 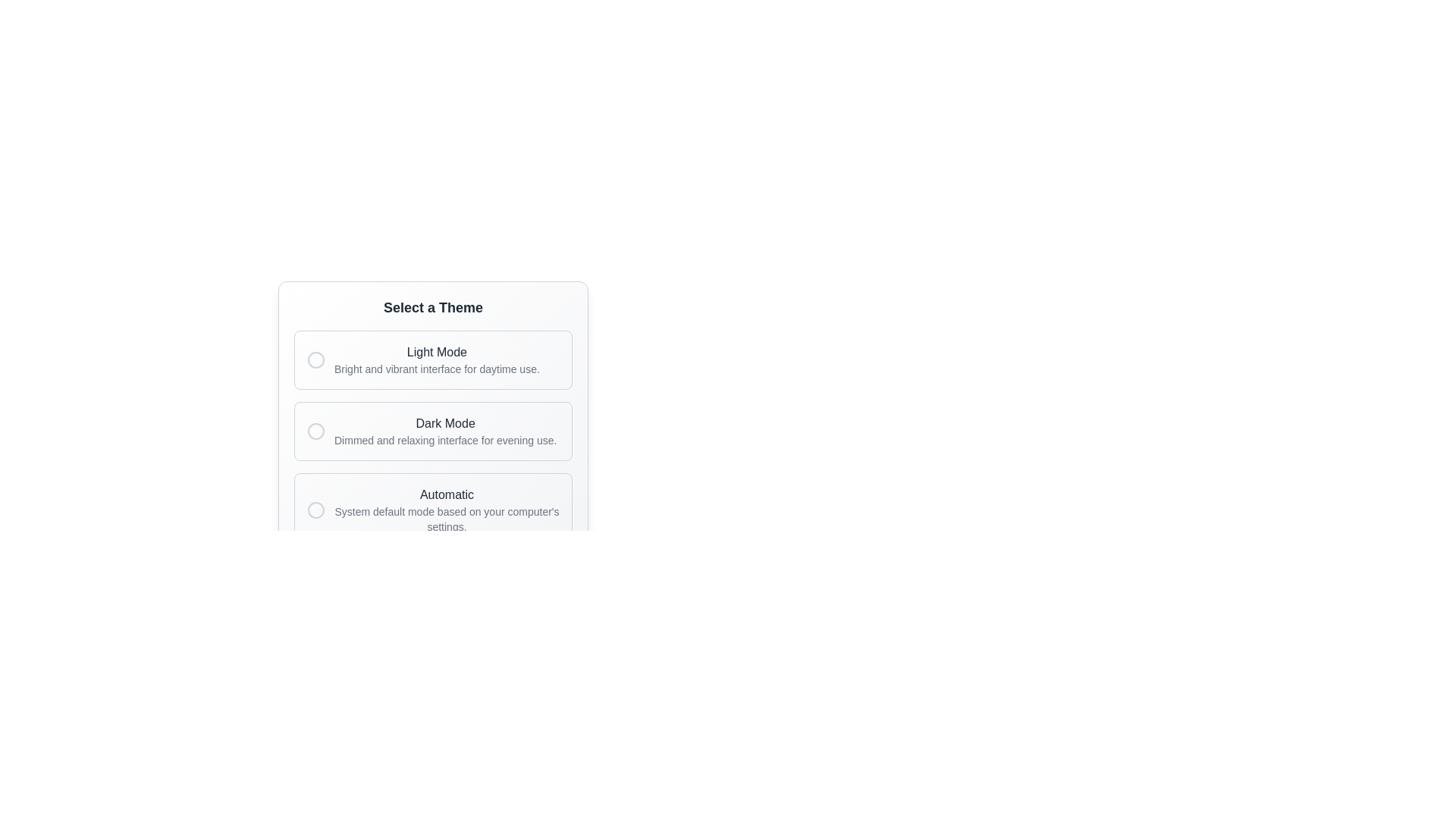 What do you see at coordinates (315, 431) in the screenshot?
I see `the circular radio button selection indicator for the 'Dark Mode' option` at bounding box center [315, 431].